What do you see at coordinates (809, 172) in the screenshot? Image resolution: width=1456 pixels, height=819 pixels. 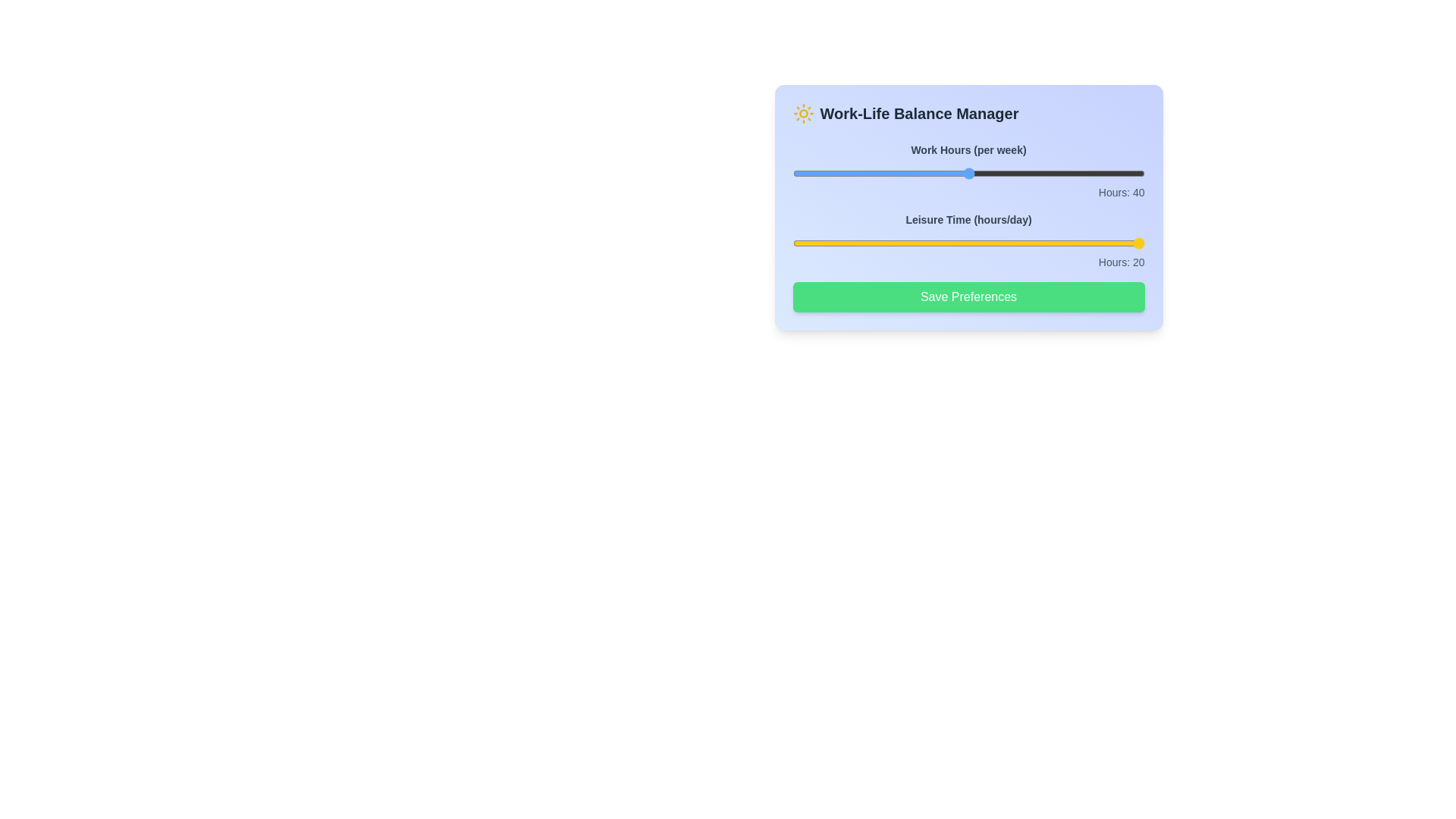 I see `the 'Work Hours' slider to set it to 22 hours per week` at bounding box center [809, 172].